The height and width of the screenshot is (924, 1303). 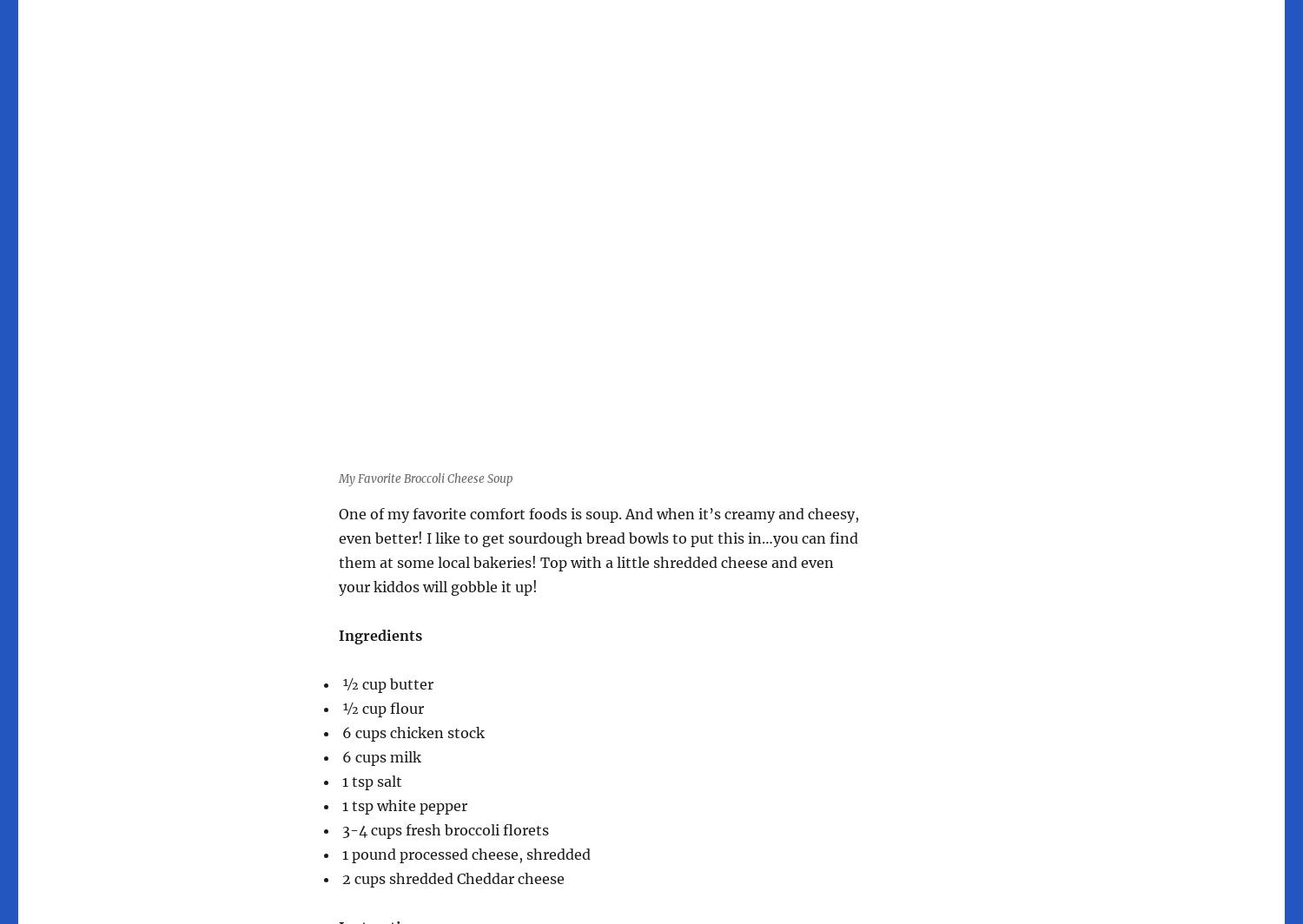 What do you see at coordinates (598, 551) in the screenshot?
I see `'One of my favorite comfort foods is soup. And when it’s creamy and cheesy, even better! I like to get sourdough bread bowls to put this in…you can find them at some local bakeries! Top with a little shredded cheese and even your kiddos will gobble it up!'` at bounding box center [598, 551].